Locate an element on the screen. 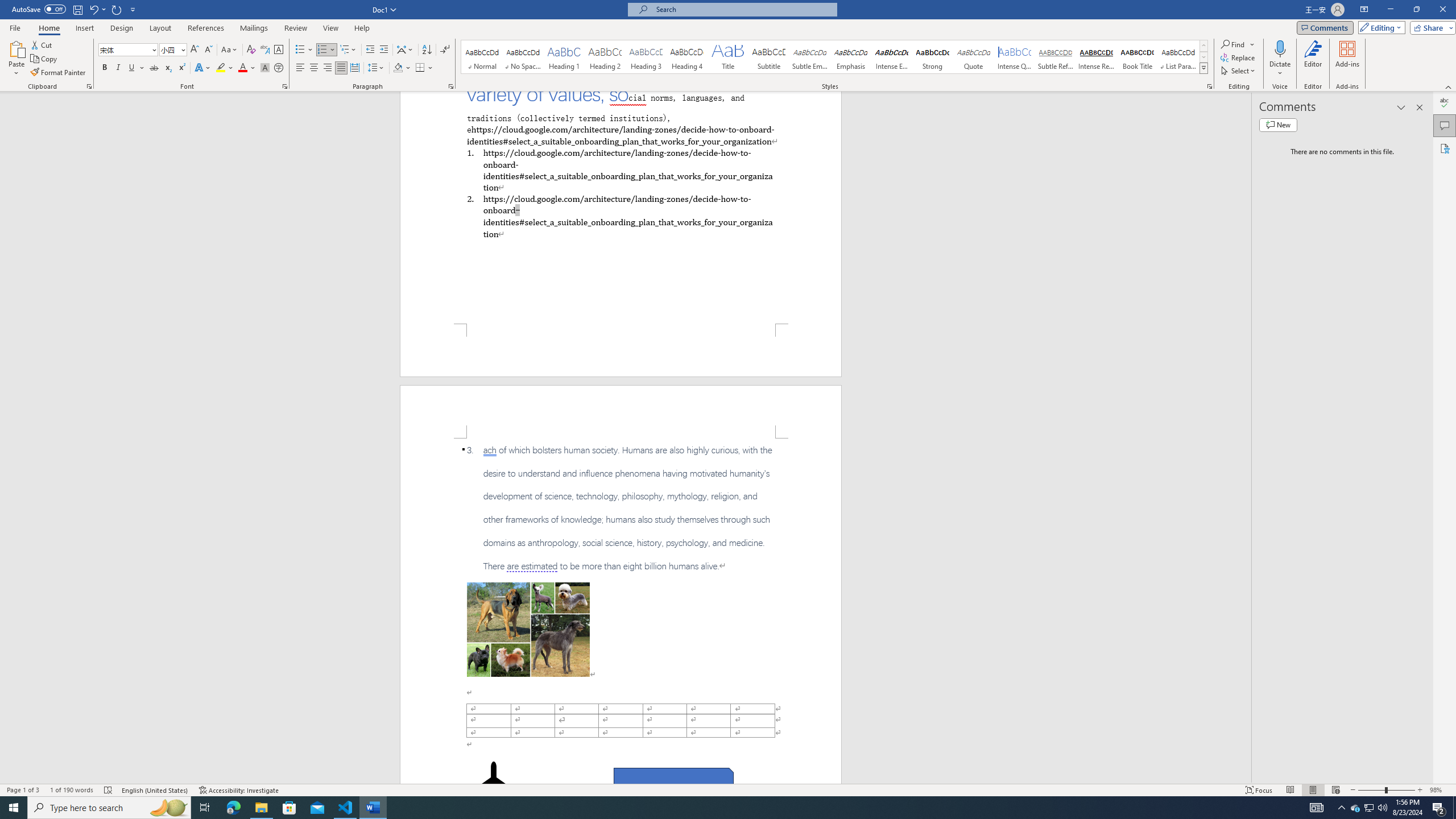  'Layout' is located at coordinates (160, 28).